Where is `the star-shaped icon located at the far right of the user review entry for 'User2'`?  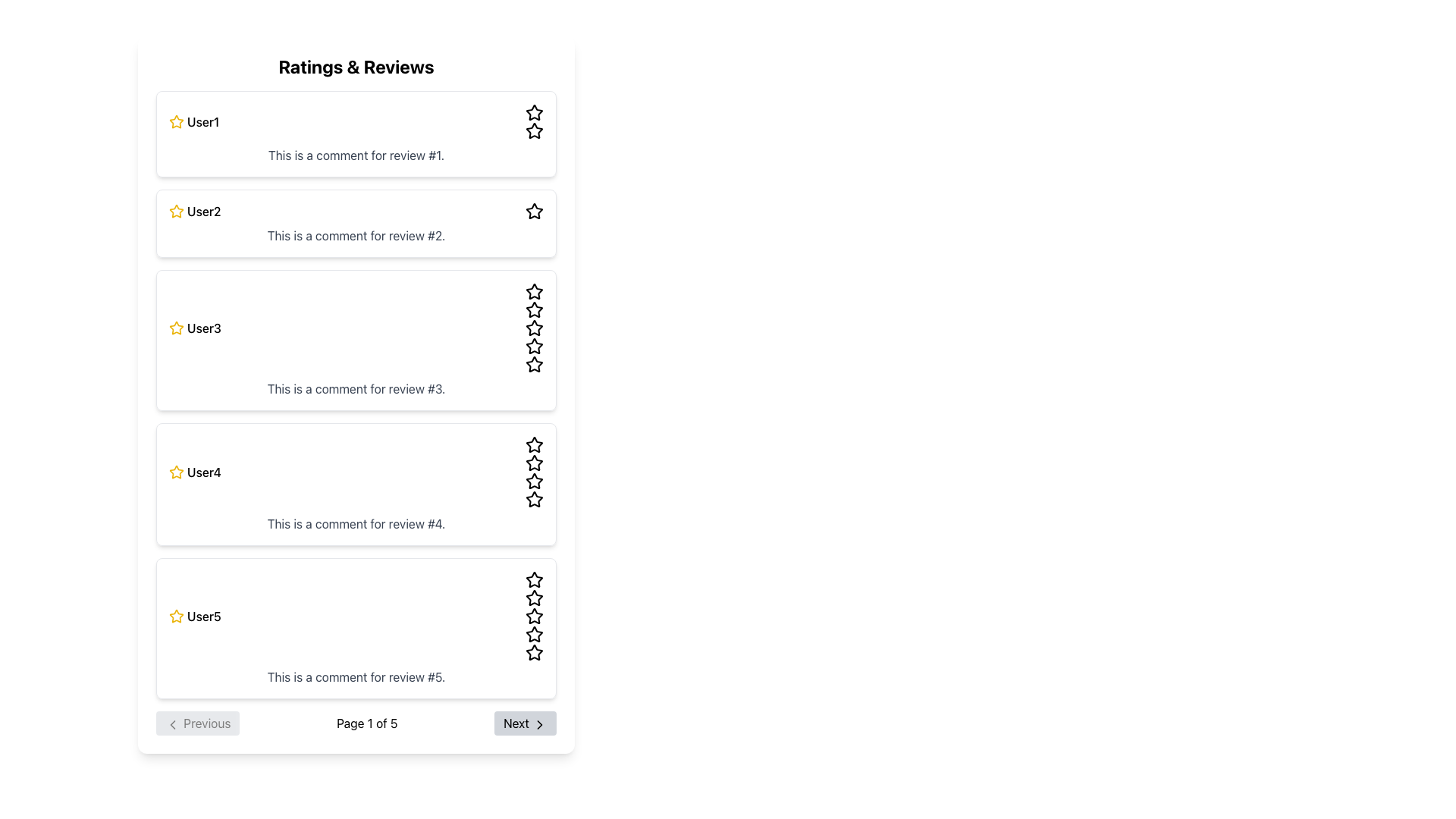
the star-shaped icon located at the far right of the user review entry for 'User2' is located at coordinates (535, 211).